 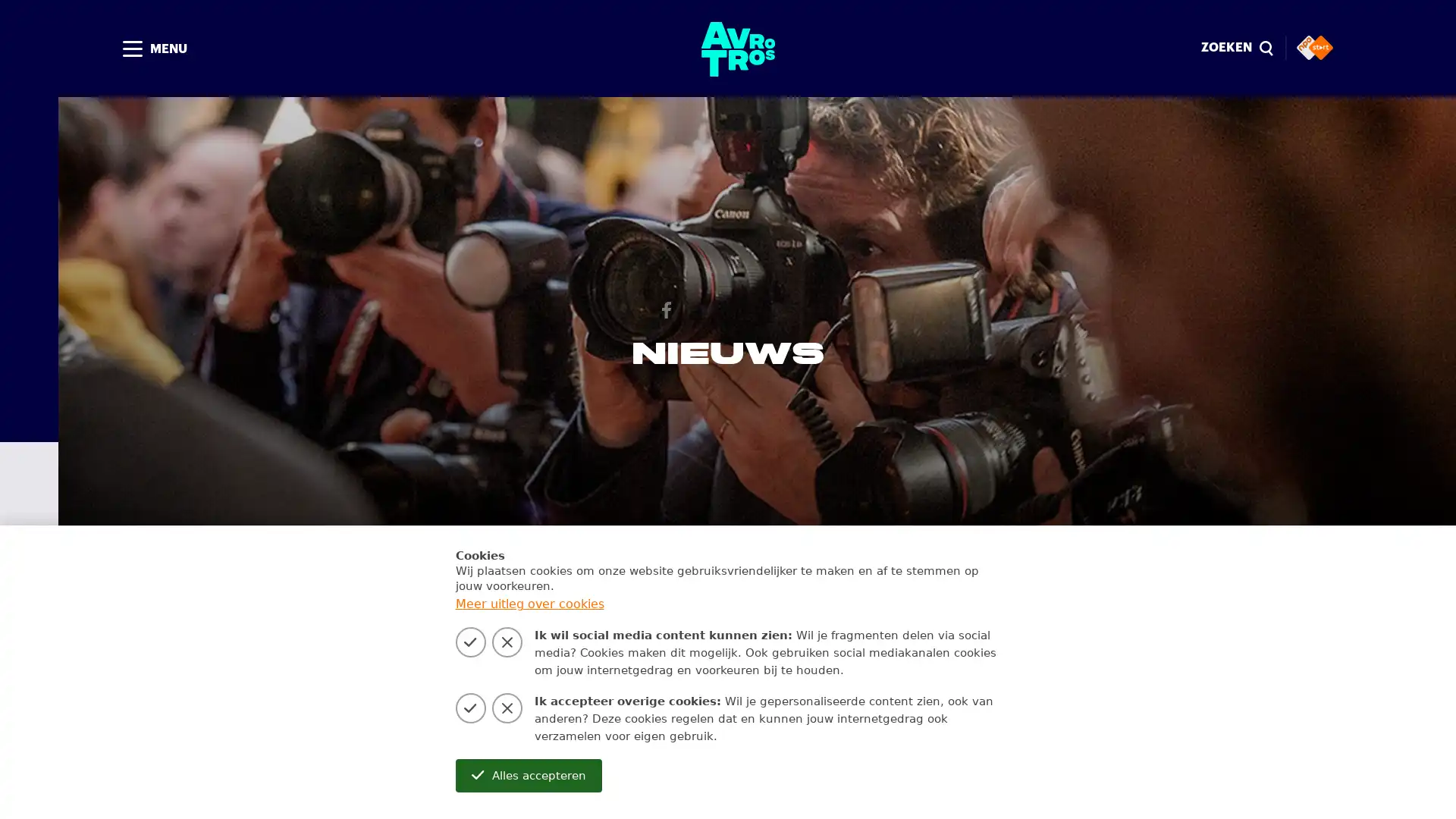 I want to click on Filter & sorteer, so click(x=964, y=625).